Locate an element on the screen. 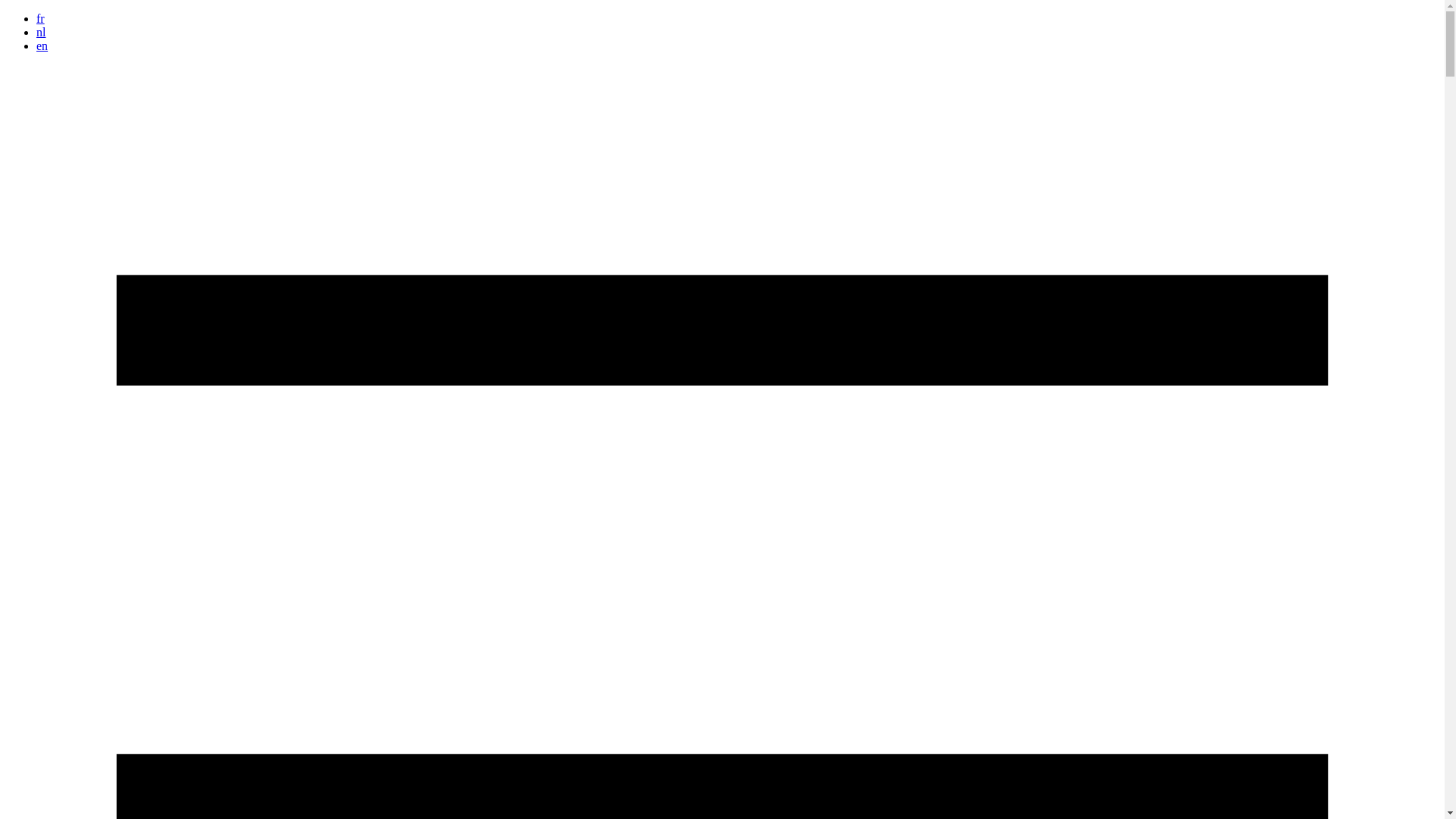 Image resolution: width=1456 pixels, height=819 pixels. 'en' is located at coordinates (36, 45).